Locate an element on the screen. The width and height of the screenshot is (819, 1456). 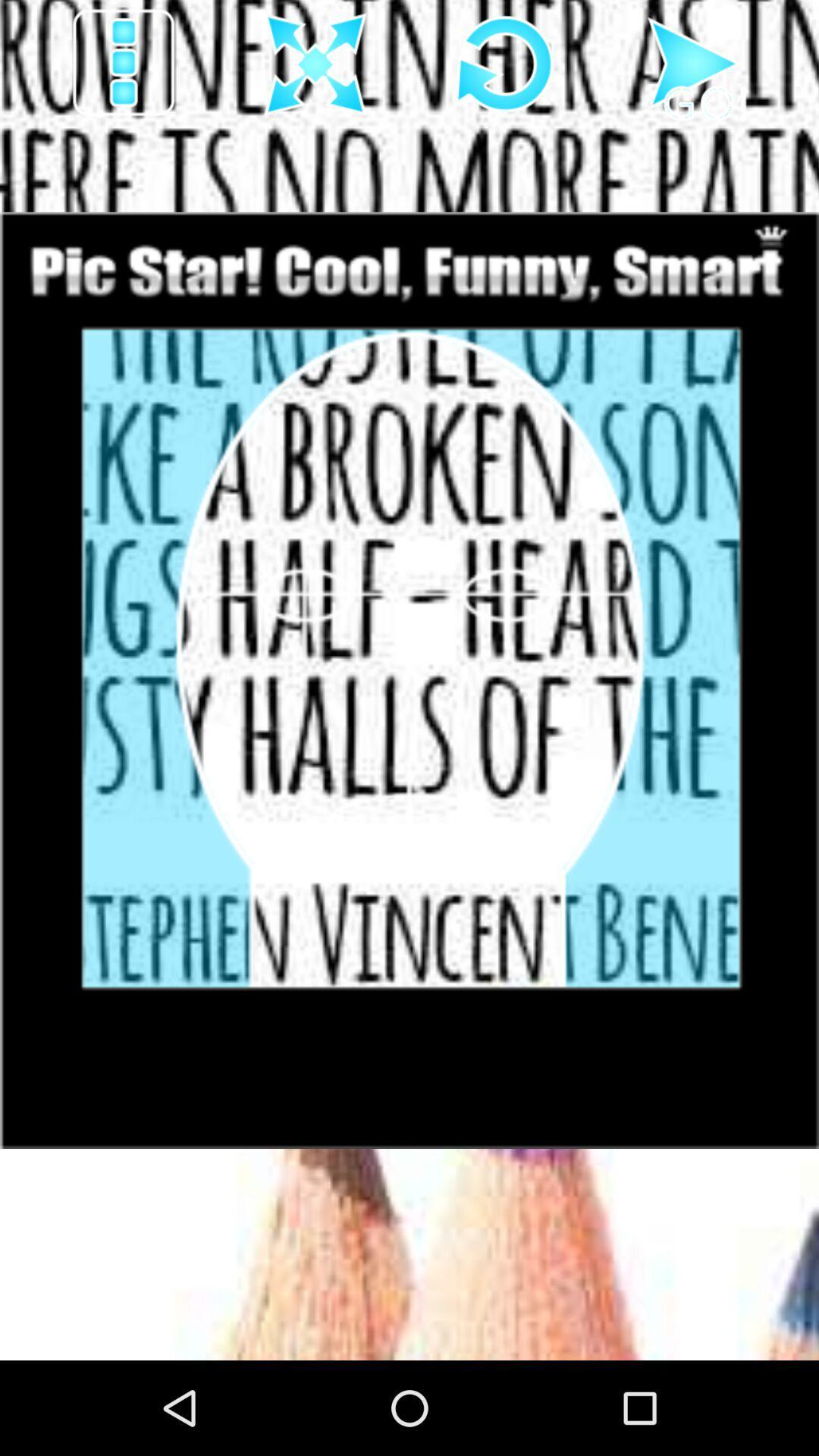
zoom in is located at coordinates (315, 64).